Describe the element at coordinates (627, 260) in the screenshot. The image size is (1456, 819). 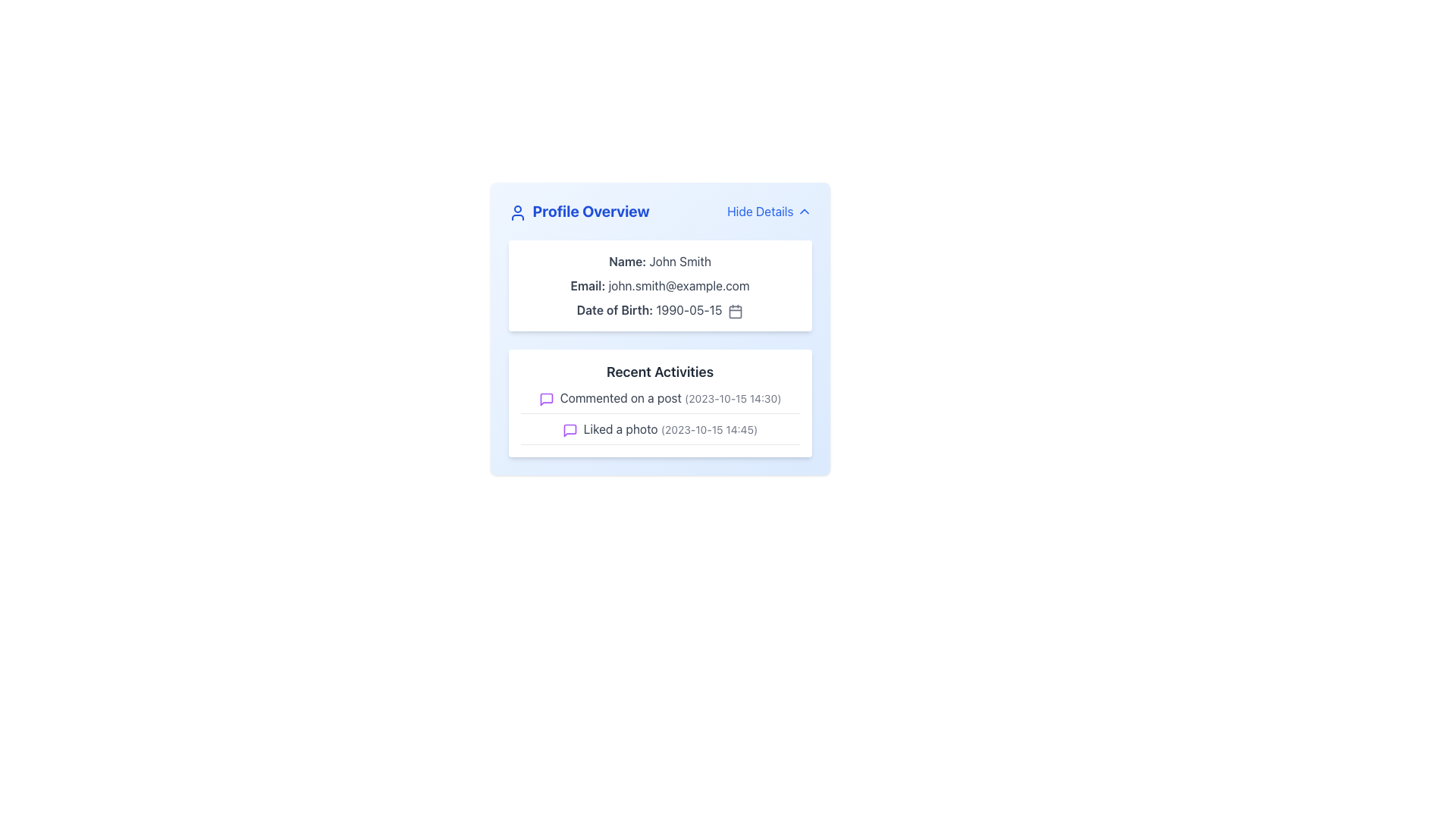
I see `the bolded text label reading 'Name:' located at the beginning of the user's name information within the user profile card` at that location.